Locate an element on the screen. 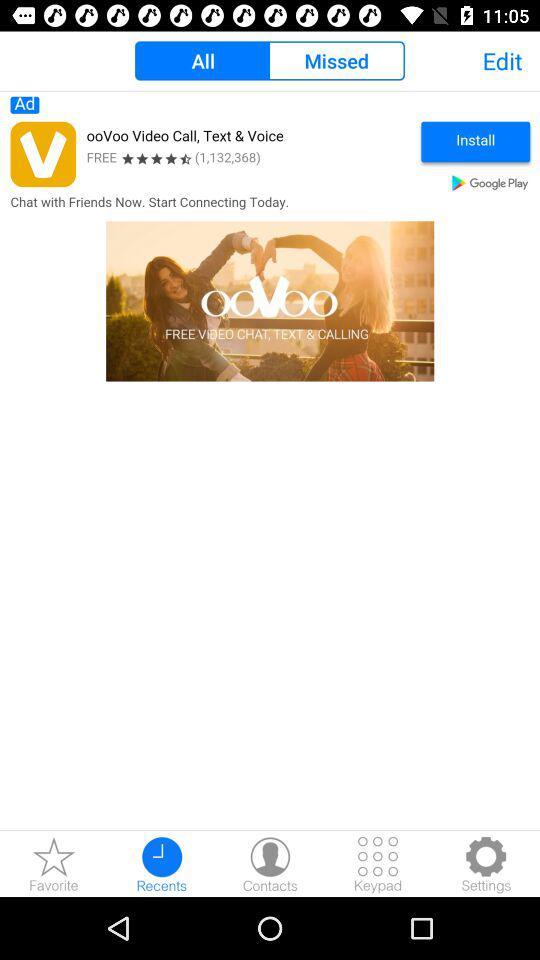 This screenshot has height=960, width=540. the star icon is located at coordinates (54, 863).